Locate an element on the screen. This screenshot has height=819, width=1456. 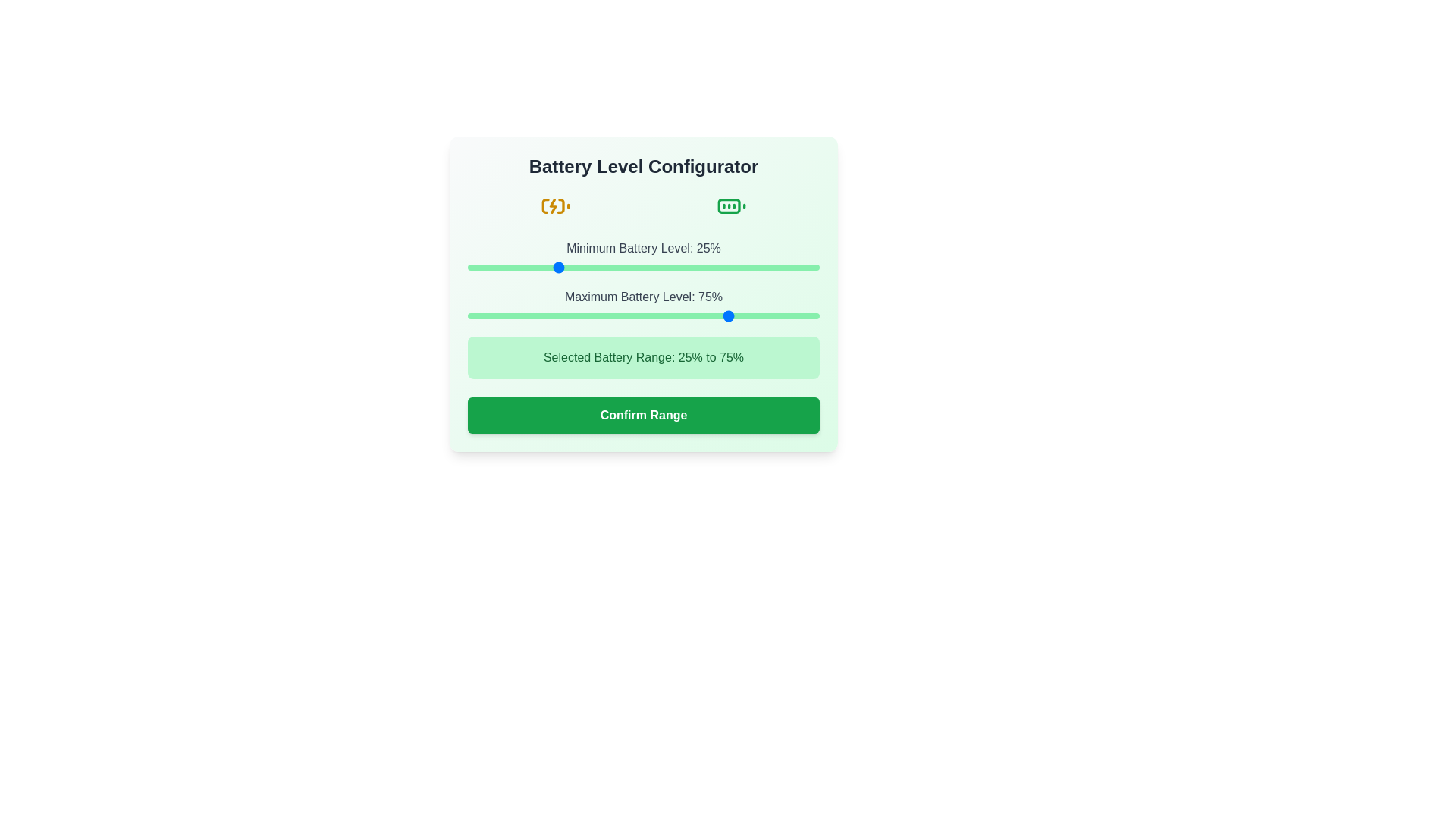
the minimum battery level is located at coordinates (788, 267).